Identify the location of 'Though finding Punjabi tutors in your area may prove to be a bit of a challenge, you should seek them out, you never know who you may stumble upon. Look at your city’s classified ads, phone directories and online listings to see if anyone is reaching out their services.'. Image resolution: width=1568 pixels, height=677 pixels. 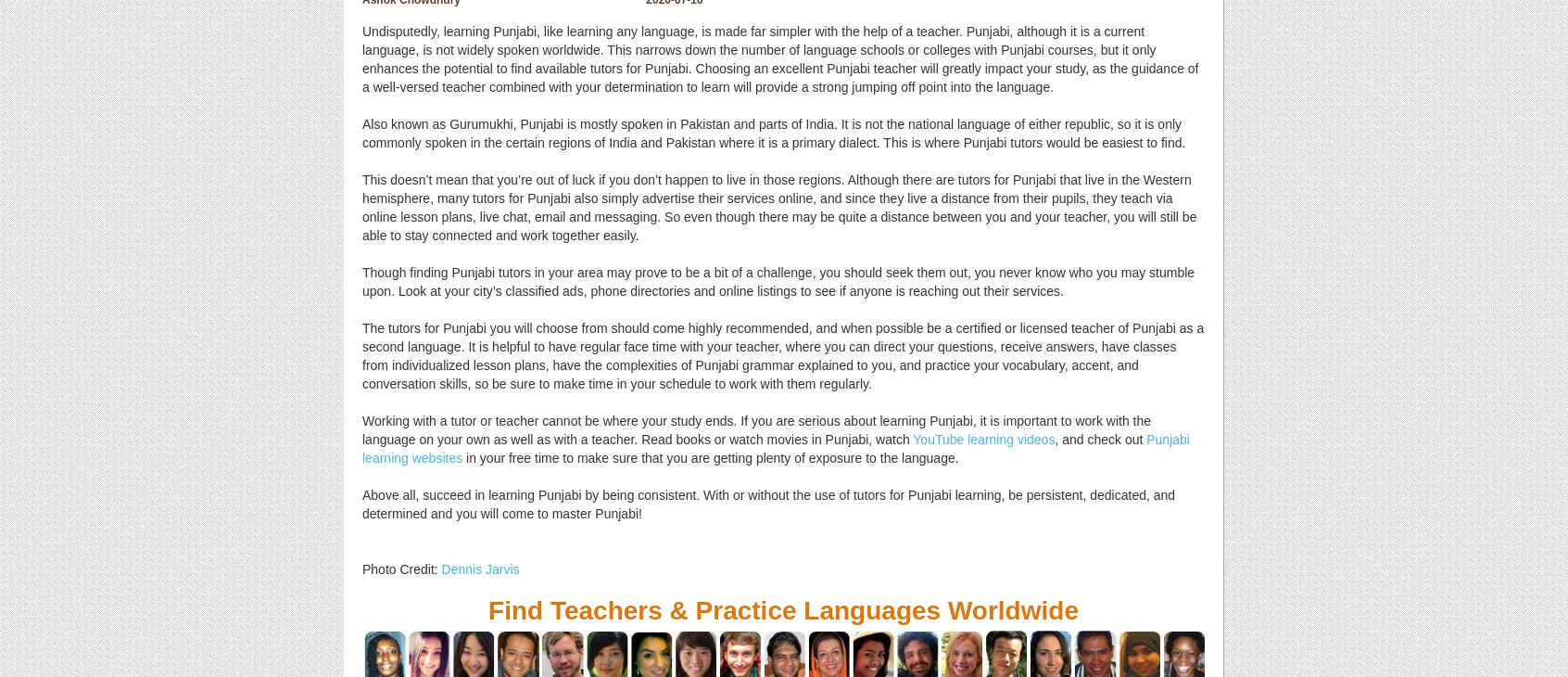
(778, 281).